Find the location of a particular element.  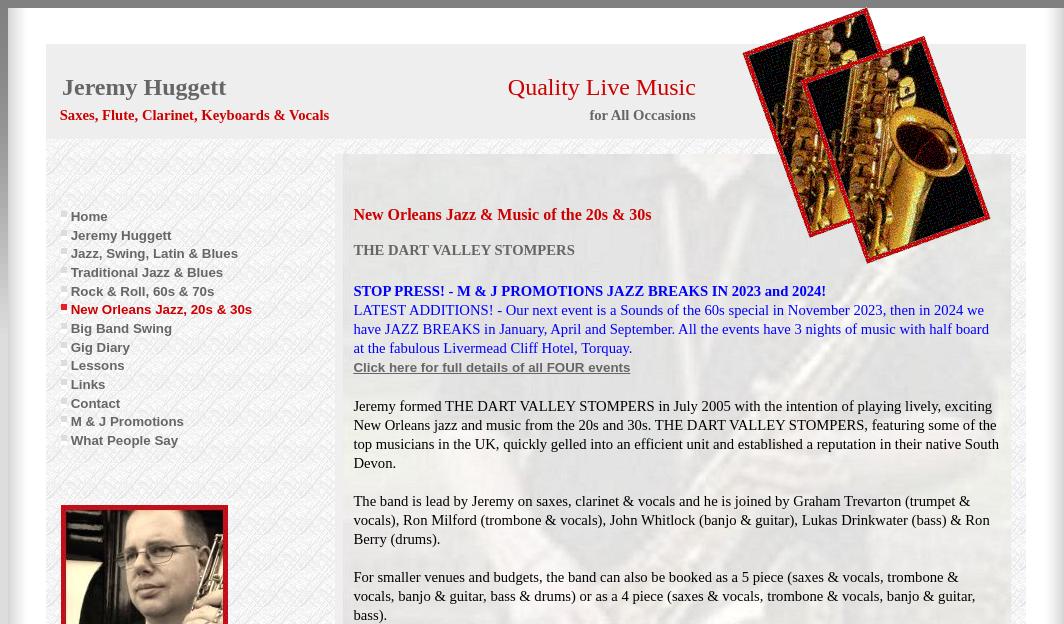

'Jazz, Swing, Latin & Blues' is located at coordinates (152, 252).